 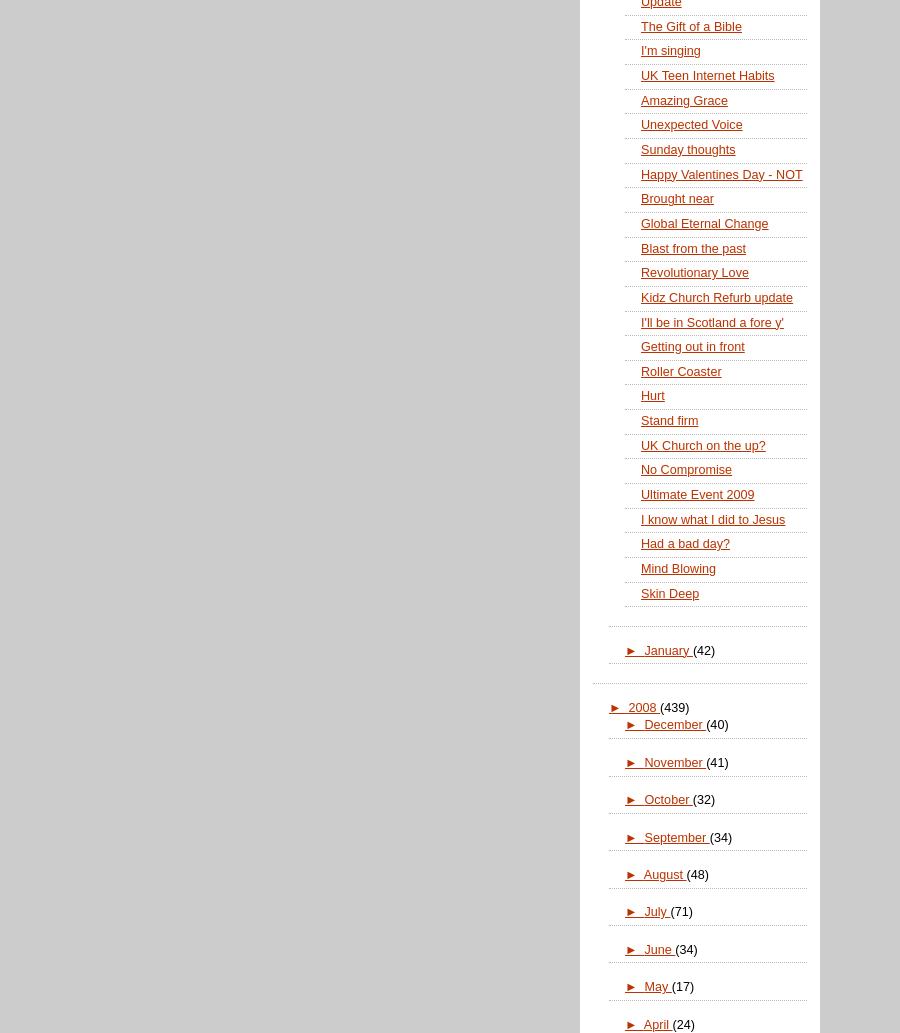 I want to click on 'Happy Valentines Day - NOT', so click(x=720, y=172).